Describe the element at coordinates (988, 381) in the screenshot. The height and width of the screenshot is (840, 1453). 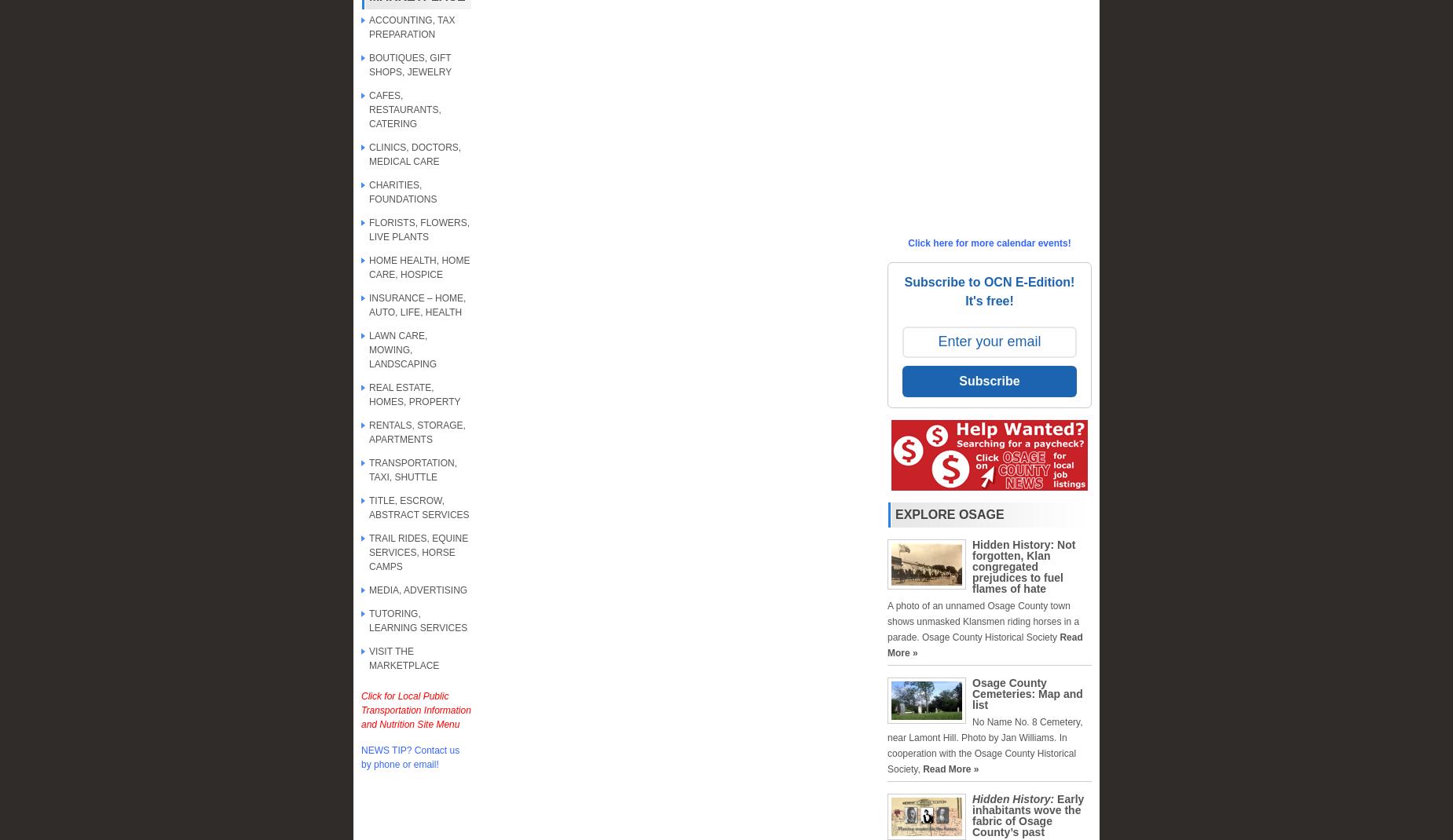
I see `'Subscribe'` at that location.